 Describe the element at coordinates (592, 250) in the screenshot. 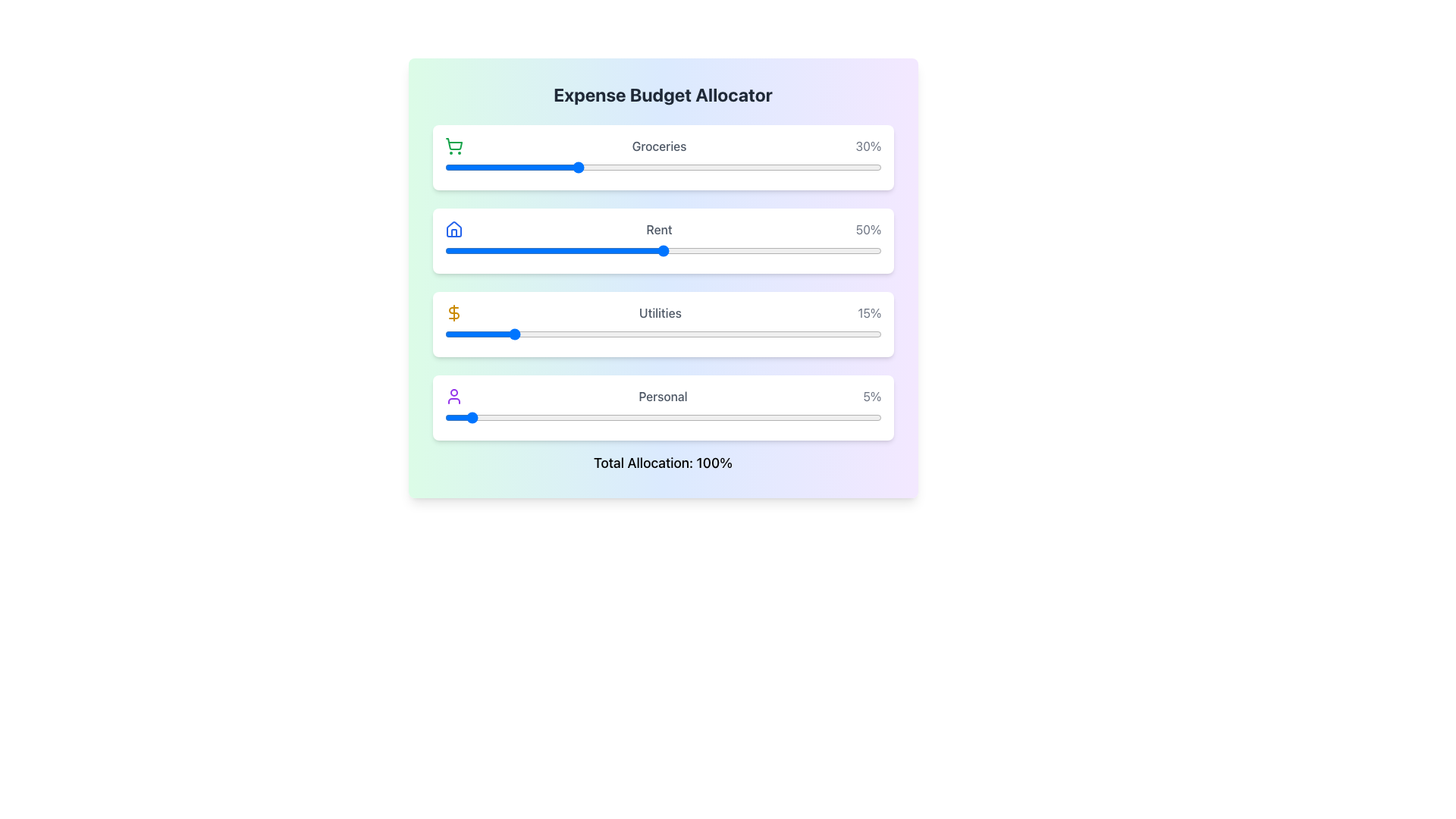

I see `the rent allocation` at that location.